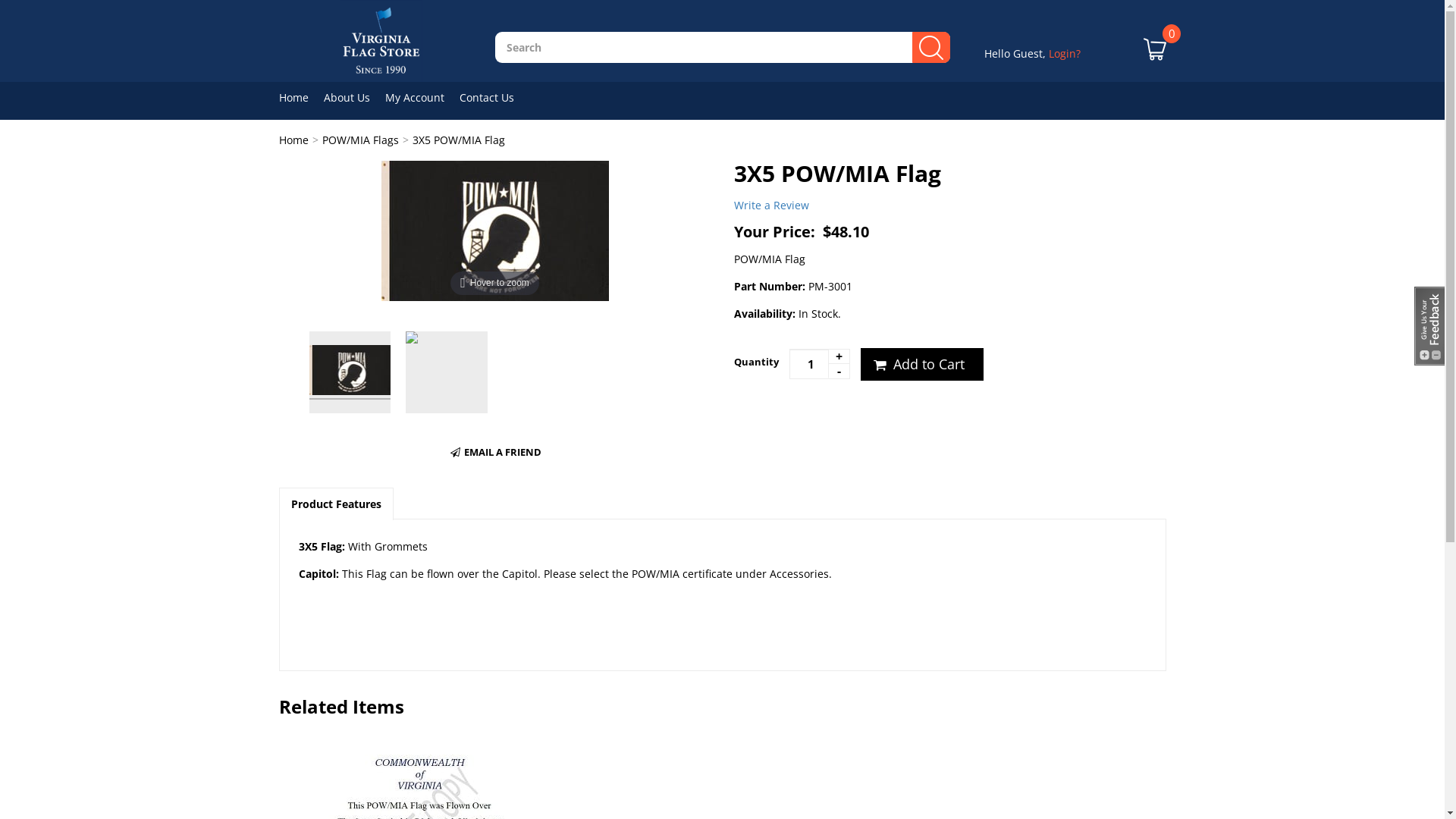 This screenshot has width=1456, height=819. What do you see at coordinates (920, 365) in the screenshot?
I see `'Add to Cart'` at bounding box center [920, 365].